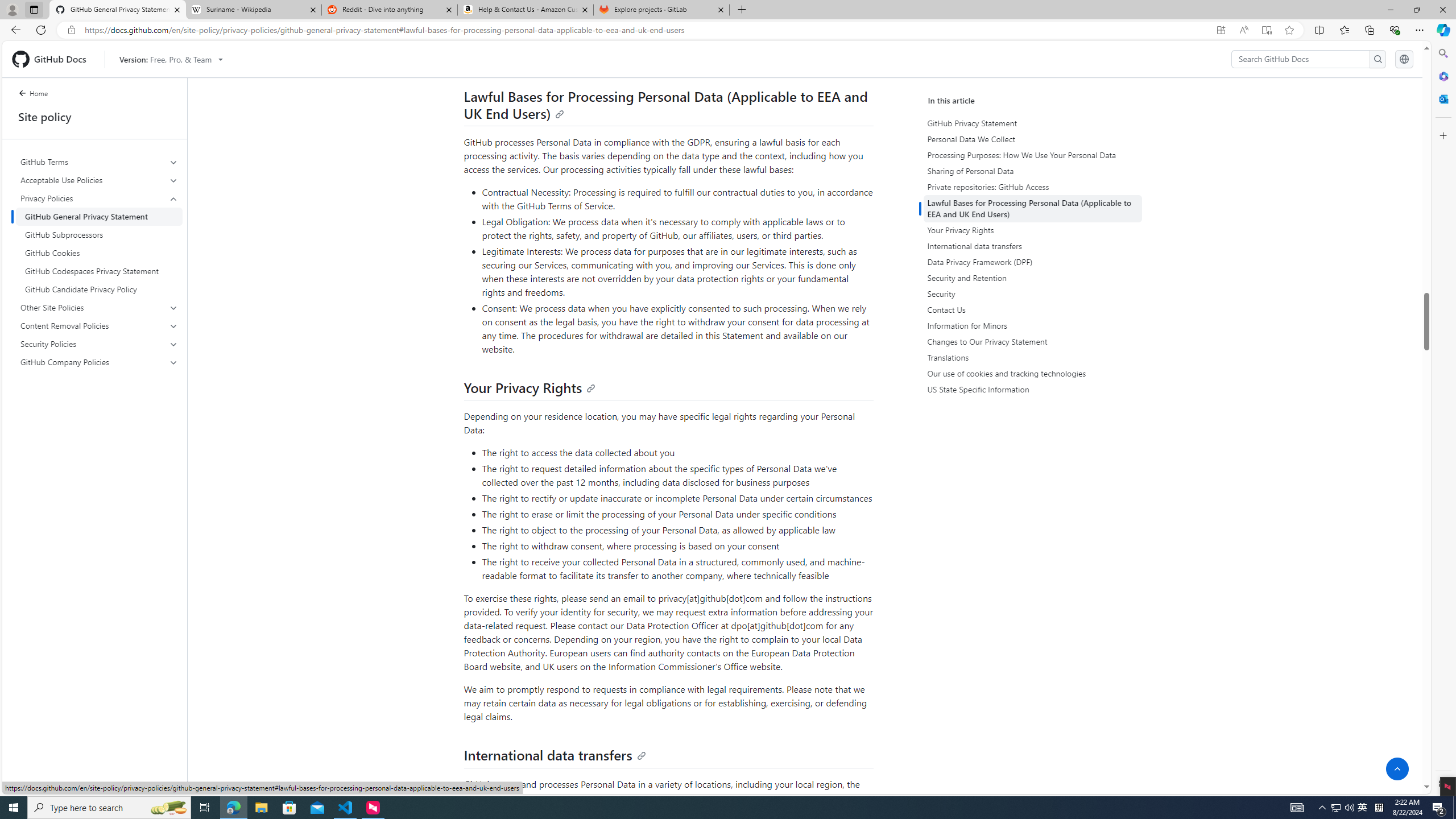 This screenshot has height=819, width=1456. What do you see at coordinates (99, 253) in the screenshot?
I see `'GitHub Cookies'` at bounding box center [99, 253].